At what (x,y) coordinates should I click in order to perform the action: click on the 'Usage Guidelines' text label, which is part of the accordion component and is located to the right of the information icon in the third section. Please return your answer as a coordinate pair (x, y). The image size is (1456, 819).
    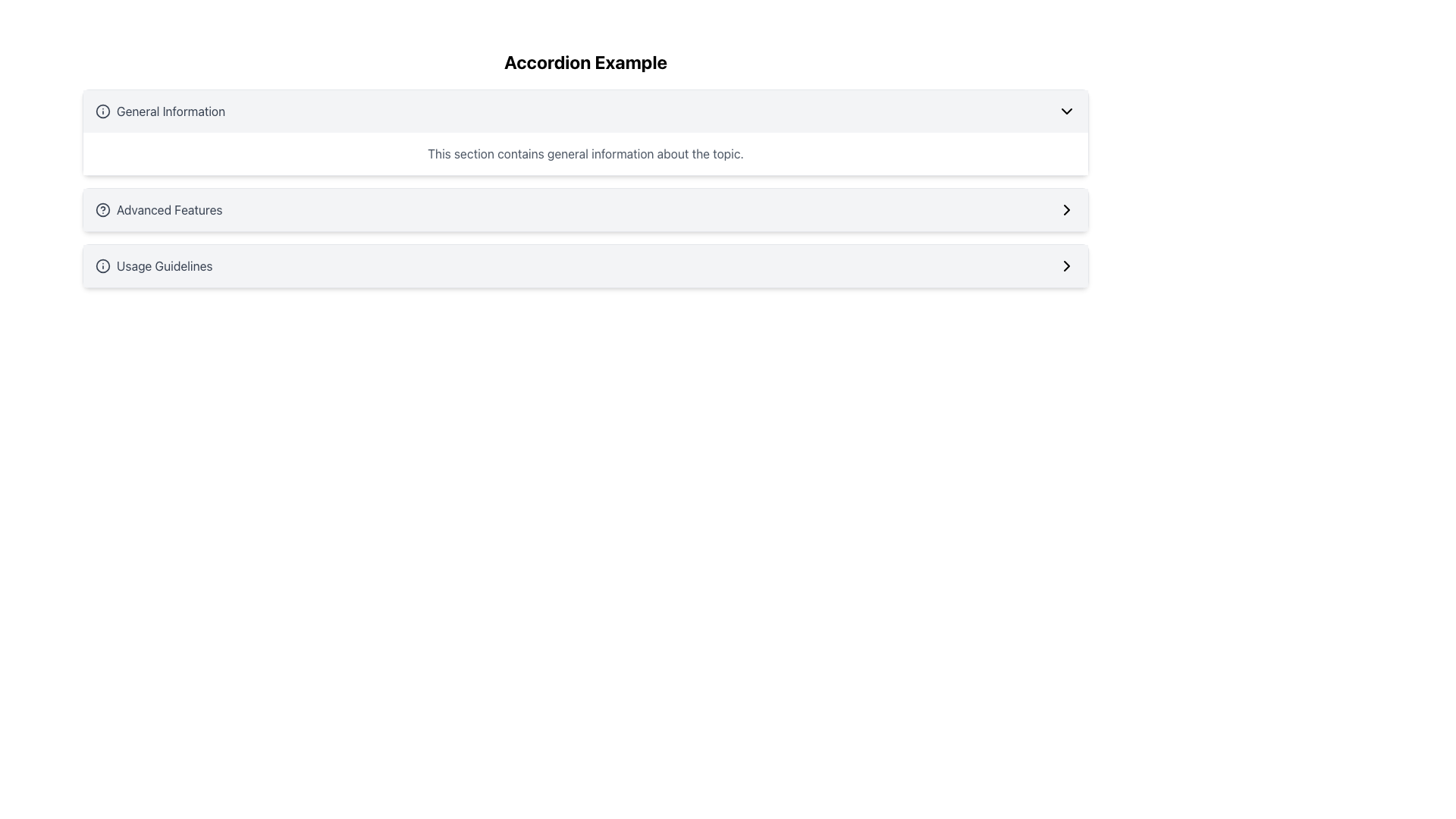
    Looking at the image, I should click on (165, 265).